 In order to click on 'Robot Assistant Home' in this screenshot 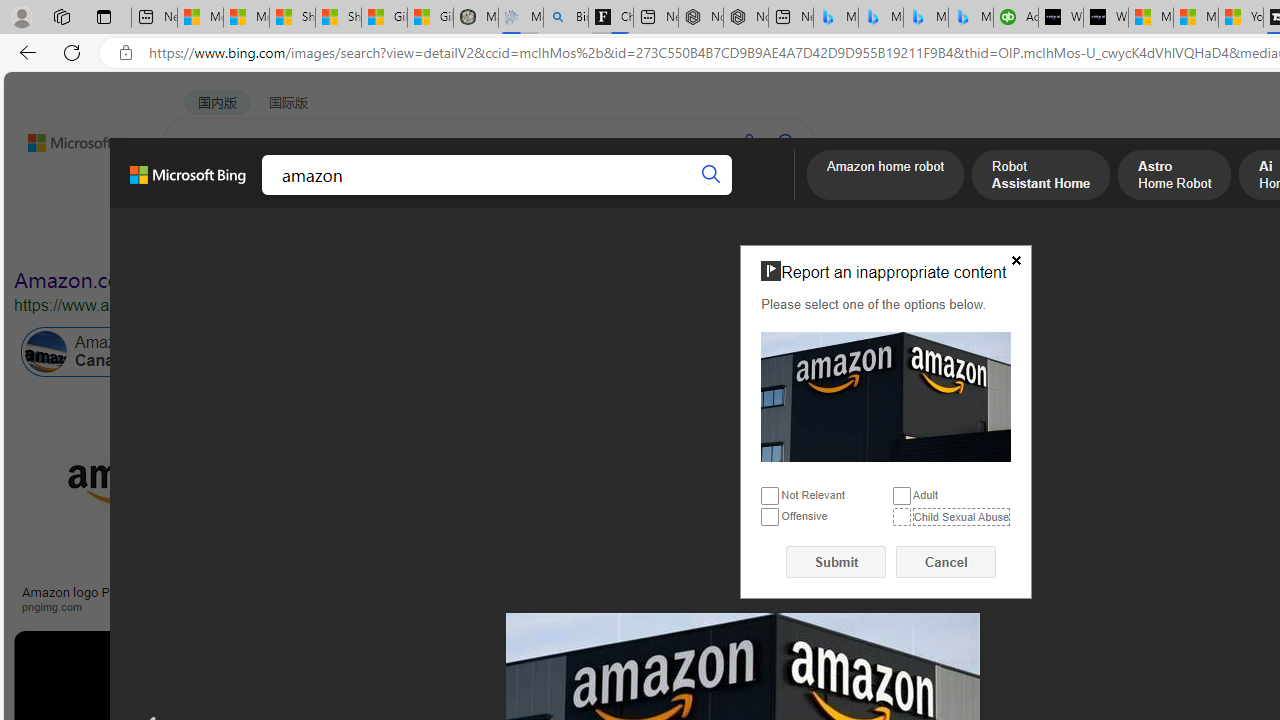, I will do `click(1040, 176)`.